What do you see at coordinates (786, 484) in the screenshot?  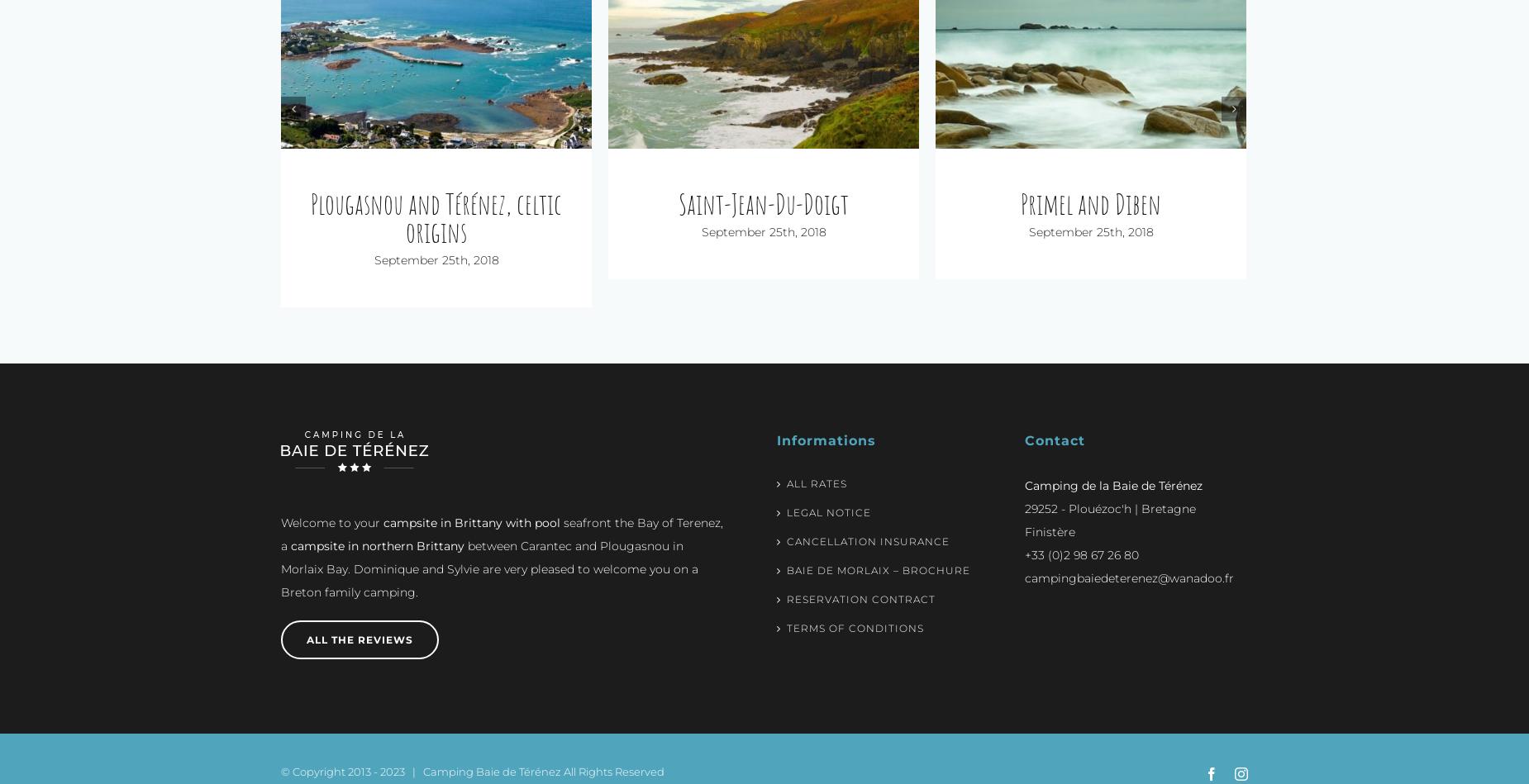 I see `'Legal Notice'` at bounding box center [786, 484].